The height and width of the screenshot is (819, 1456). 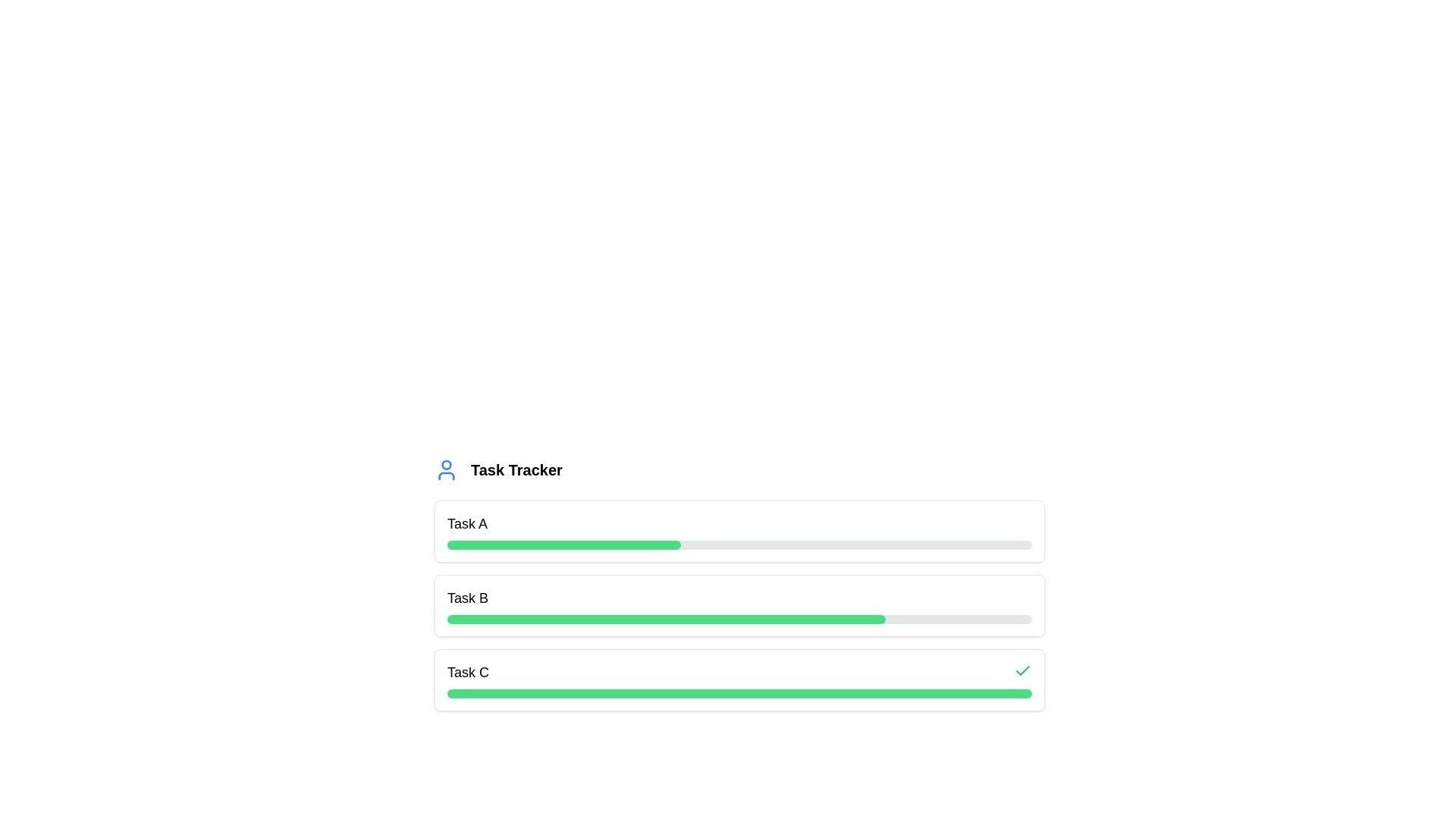 What do you see at coordinates (739, 604) in the screenshot?
I see `the progress visually on the second progress bar representing 'Task B' in the 'Task Tracker' section` at bounding box center [739, 604].